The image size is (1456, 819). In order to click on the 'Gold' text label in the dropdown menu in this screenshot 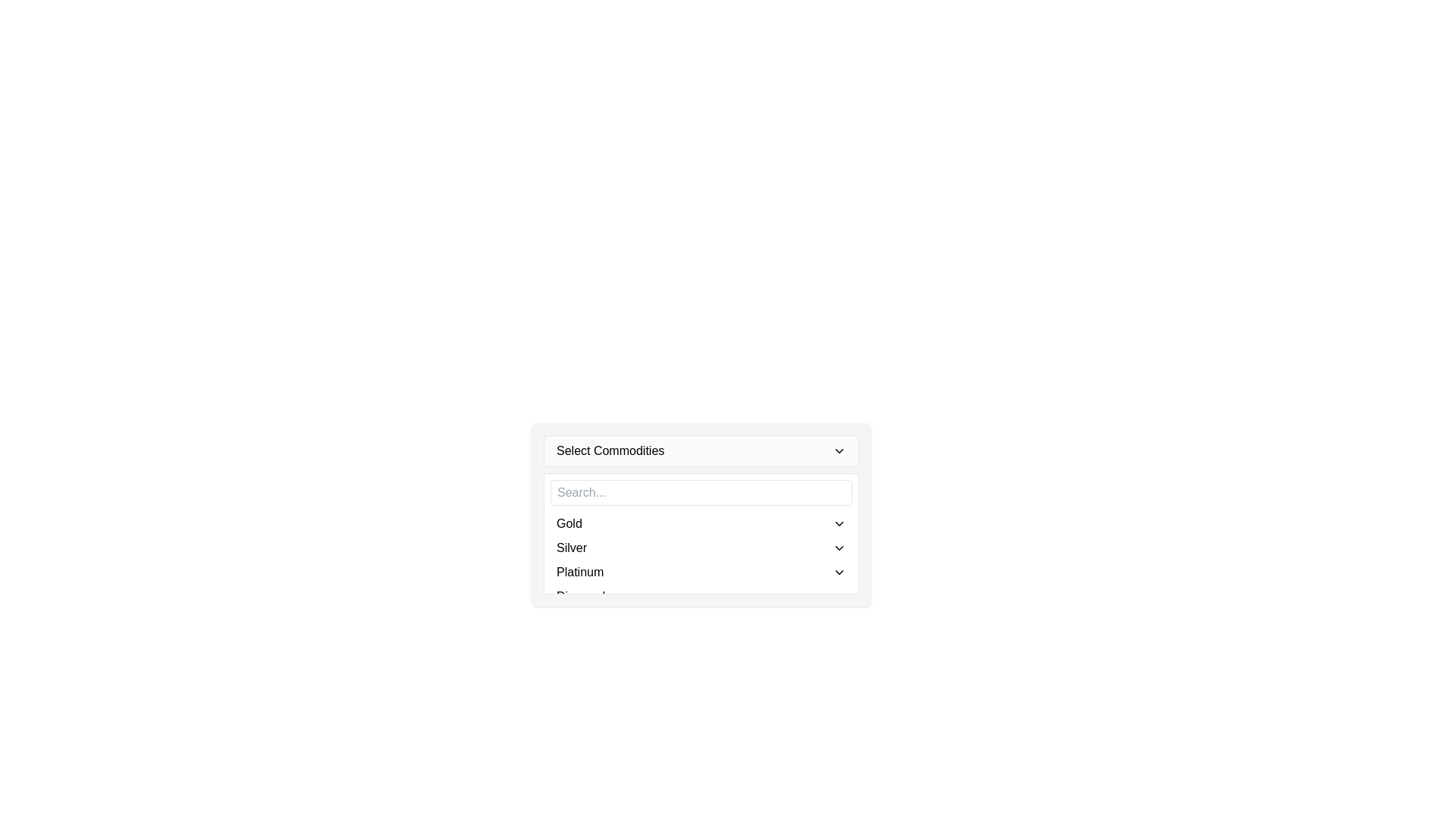, I will do `click(568, 522)`.